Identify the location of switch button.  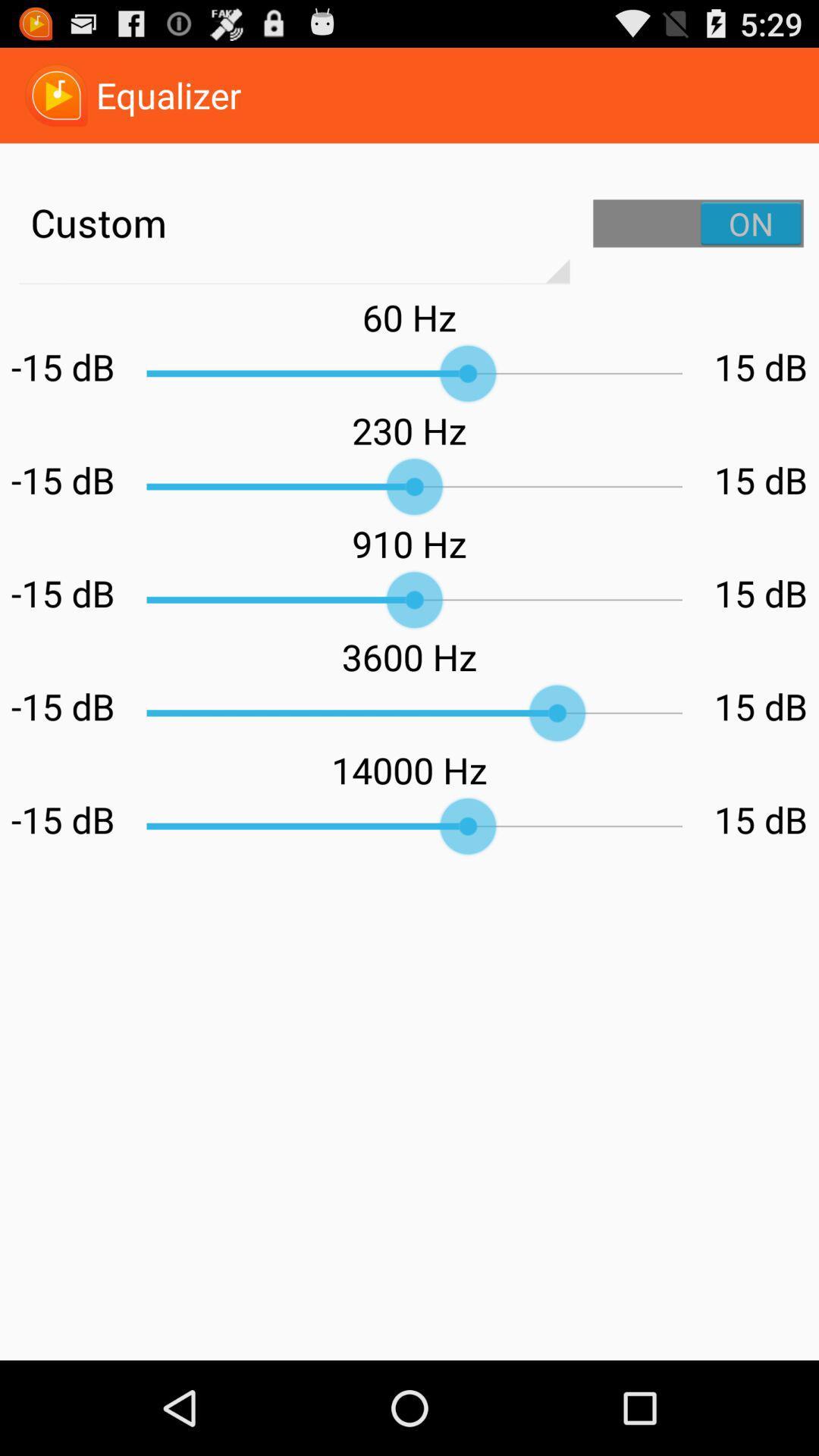
(698, 222).